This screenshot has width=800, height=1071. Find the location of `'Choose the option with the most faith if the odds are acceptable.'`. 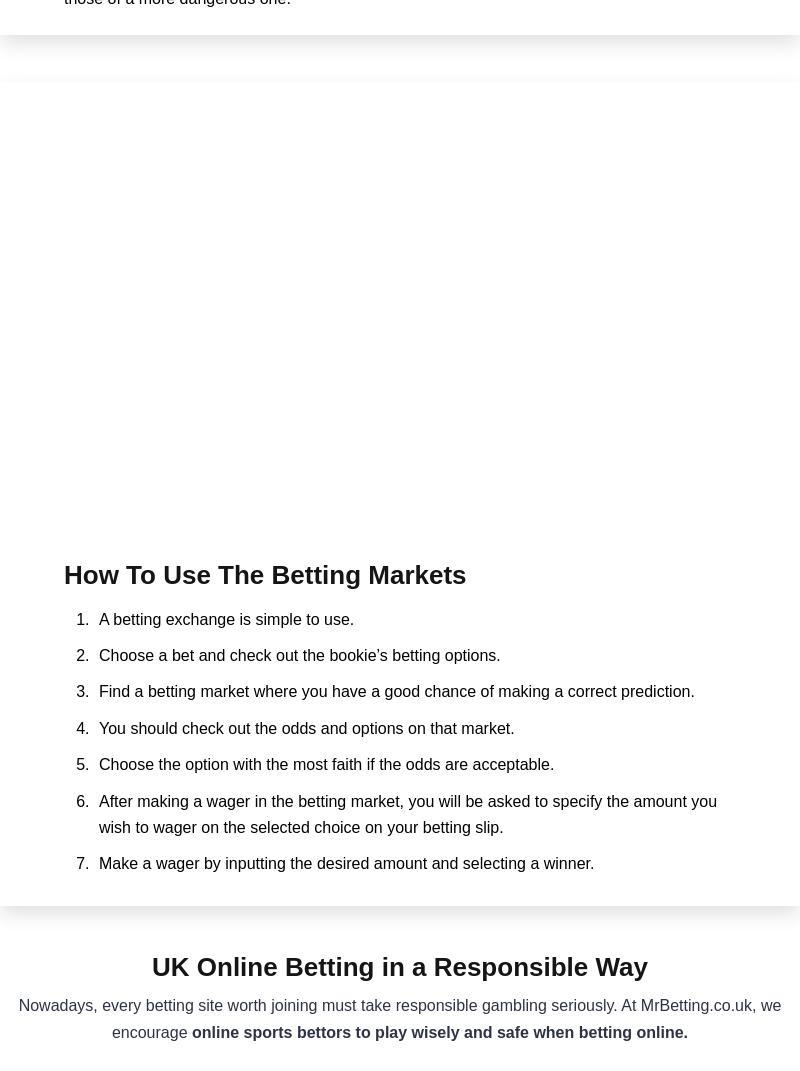

'Choose the option with the most faith if the odds are acceptable.' is located at coordinates (325, 764).